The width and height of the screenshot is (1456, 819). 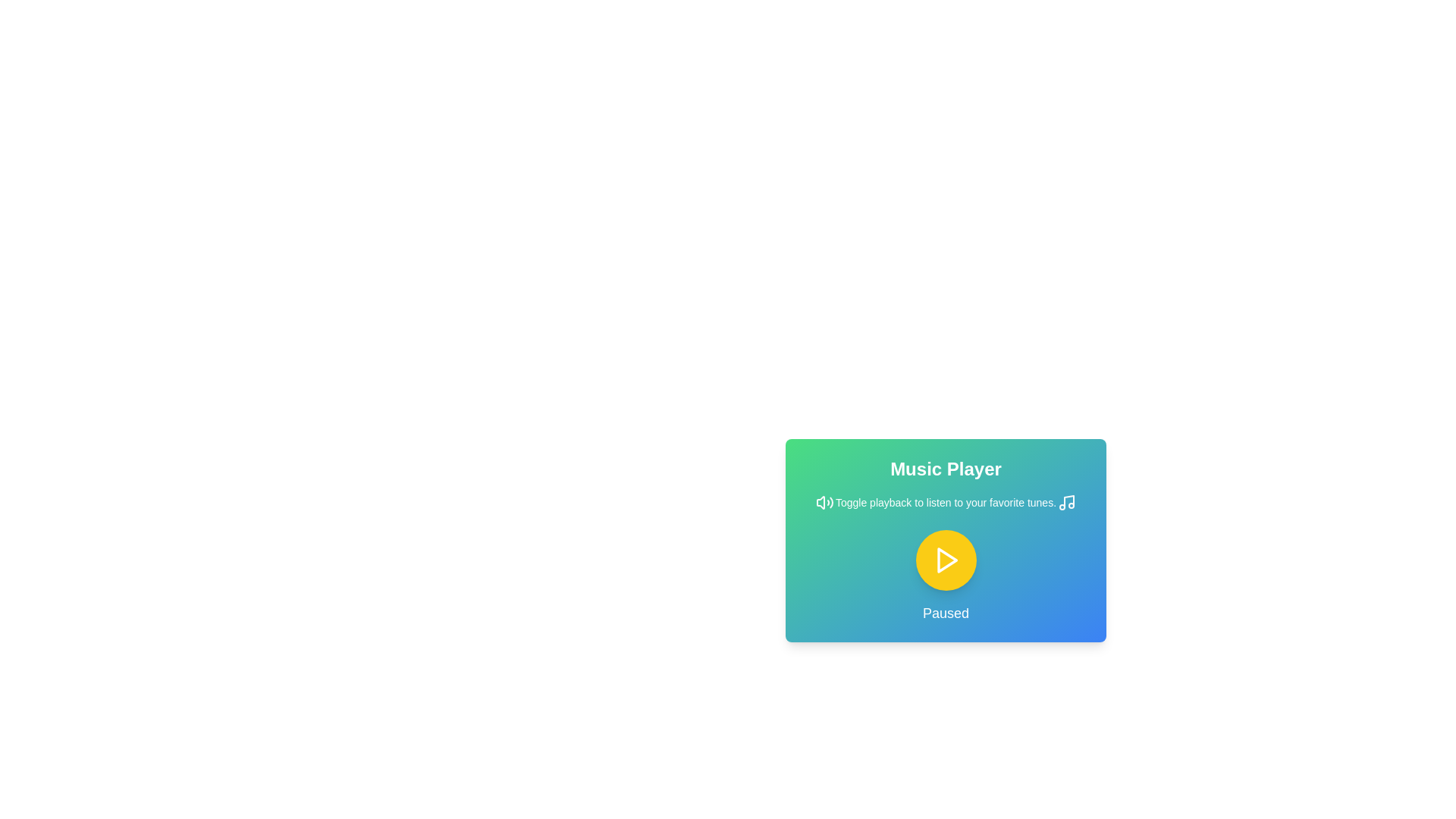 What do you see at coordinates (945, 560) in the screenshot?
I see `the triangular-shaped play icon with a white outline, located within a circular yellow button at the bottom part of the interface` at bounding box center [945, 560].